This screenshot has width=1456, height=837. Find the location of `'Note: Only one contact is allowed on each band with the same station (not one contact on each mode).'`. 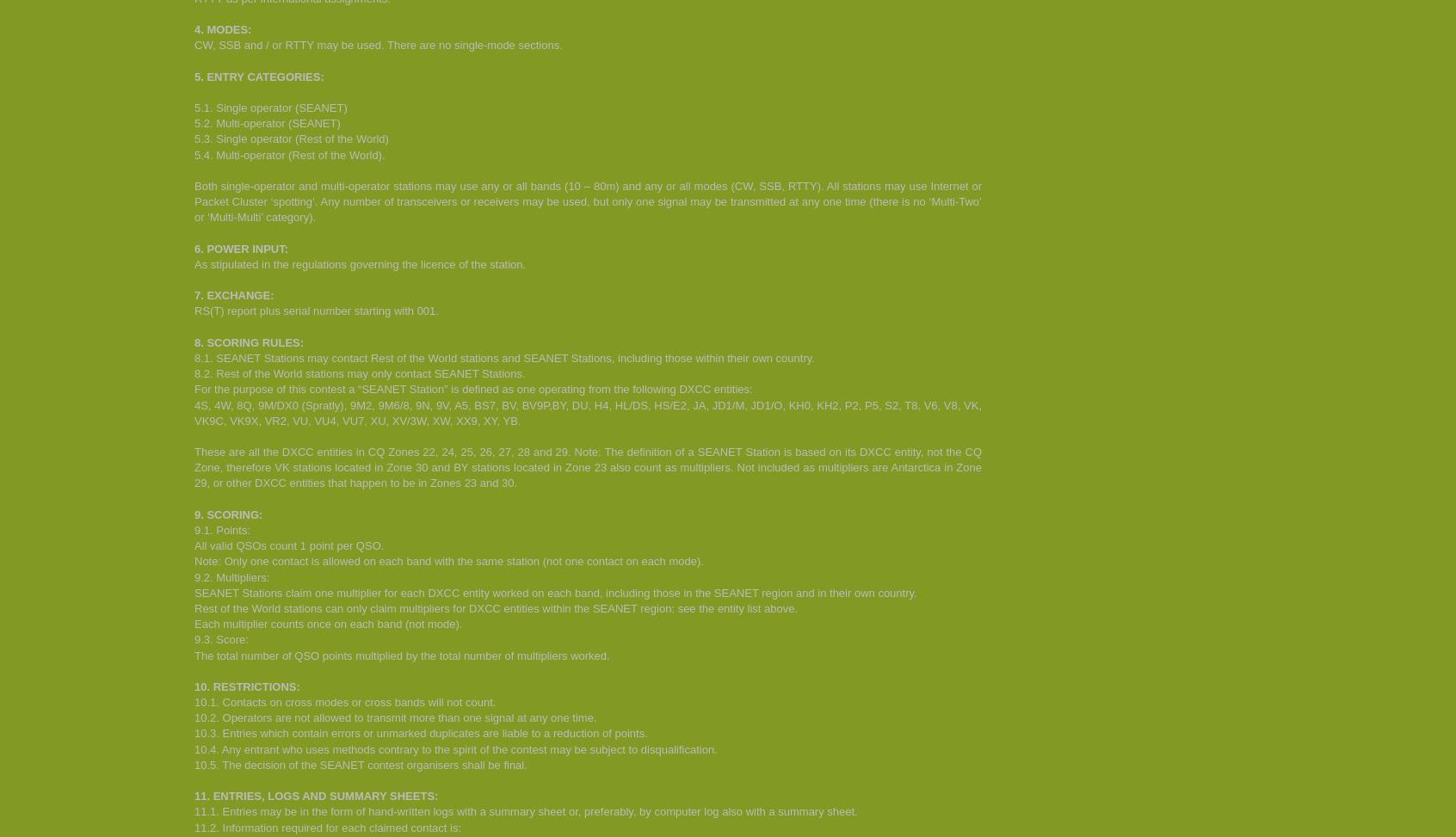

'Note: Only one contact is allowed on each band with the same station (not one contact on each mode).' is located at coordinates (194, 560).